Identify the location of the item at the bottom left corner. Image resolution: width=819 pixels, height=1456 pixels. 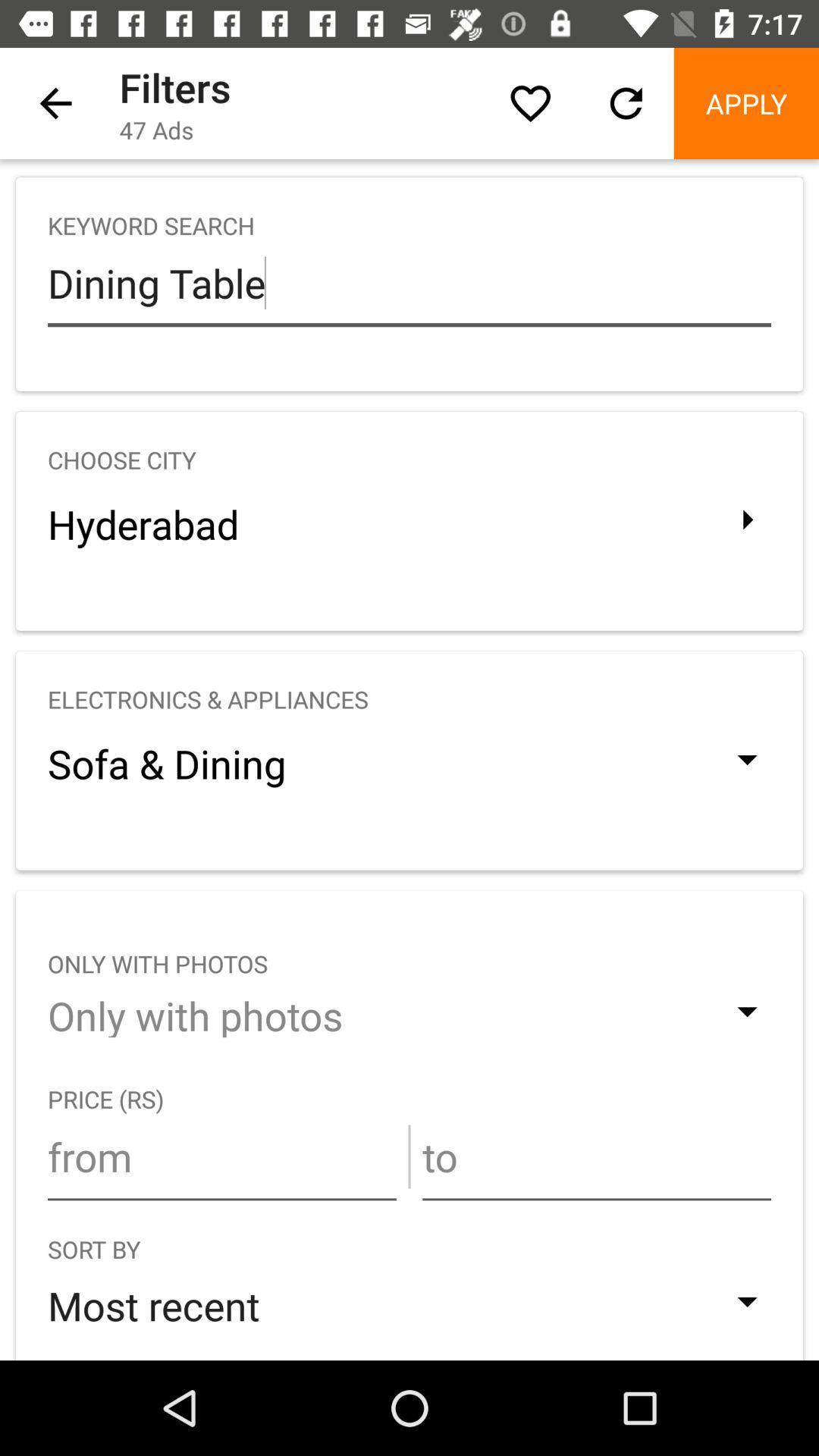
(221, 1156).